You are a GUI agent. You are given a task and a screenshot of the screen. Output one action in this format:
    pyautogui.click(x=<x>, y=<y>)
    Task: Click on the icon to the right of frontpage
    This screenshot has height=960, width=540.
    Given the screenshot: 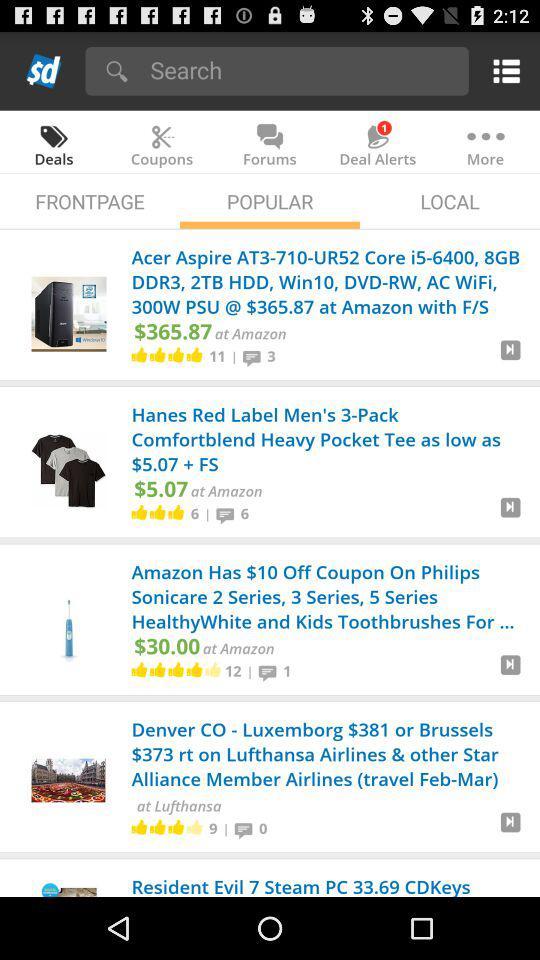 What is the action you would take?
    pyautogui.click(x=270, y=201)
    